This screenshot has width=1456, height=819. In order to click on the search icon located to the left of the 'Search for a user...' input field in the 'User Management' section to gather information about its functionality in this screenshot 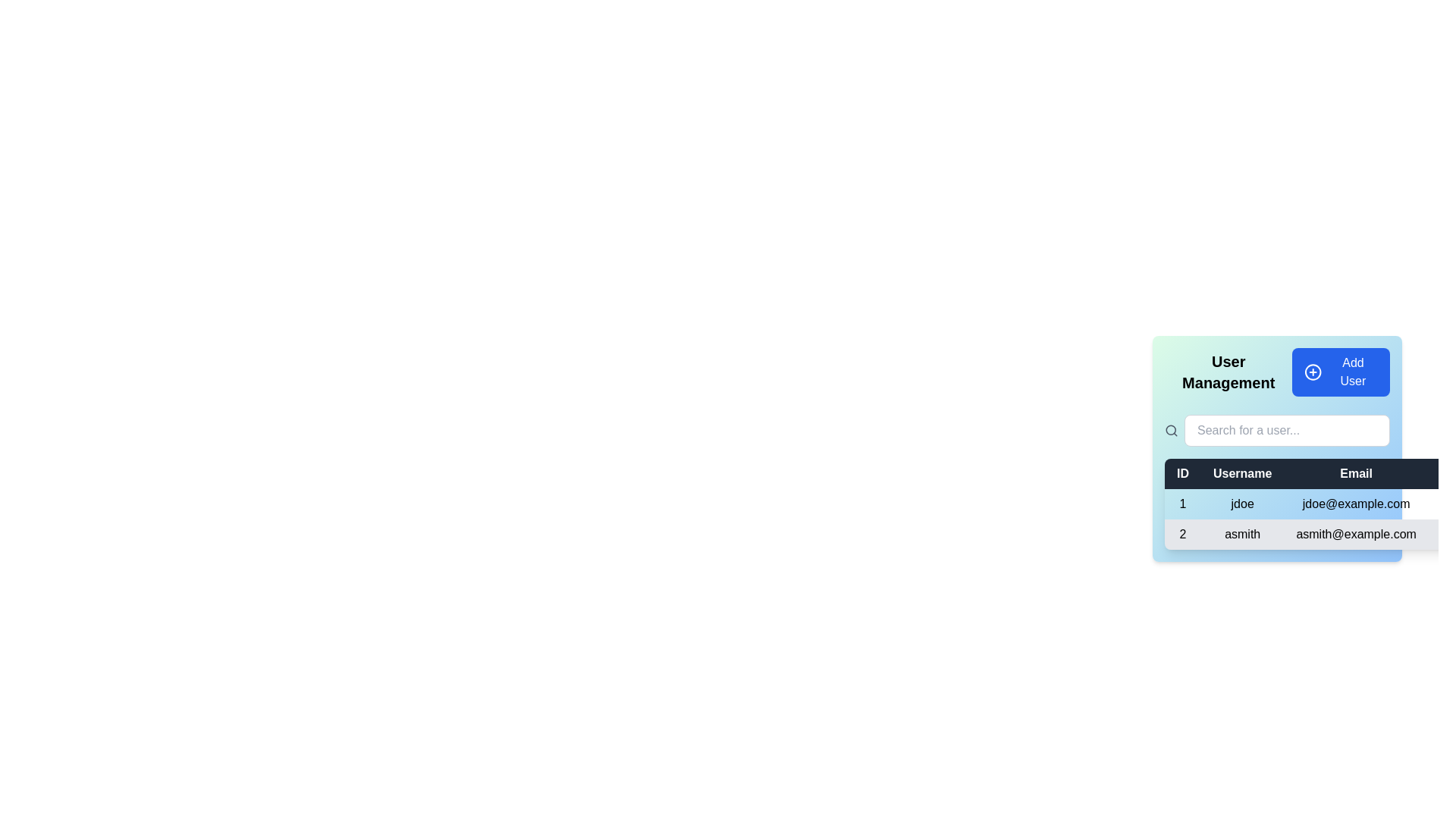, I will do `click(1171, 430)`.